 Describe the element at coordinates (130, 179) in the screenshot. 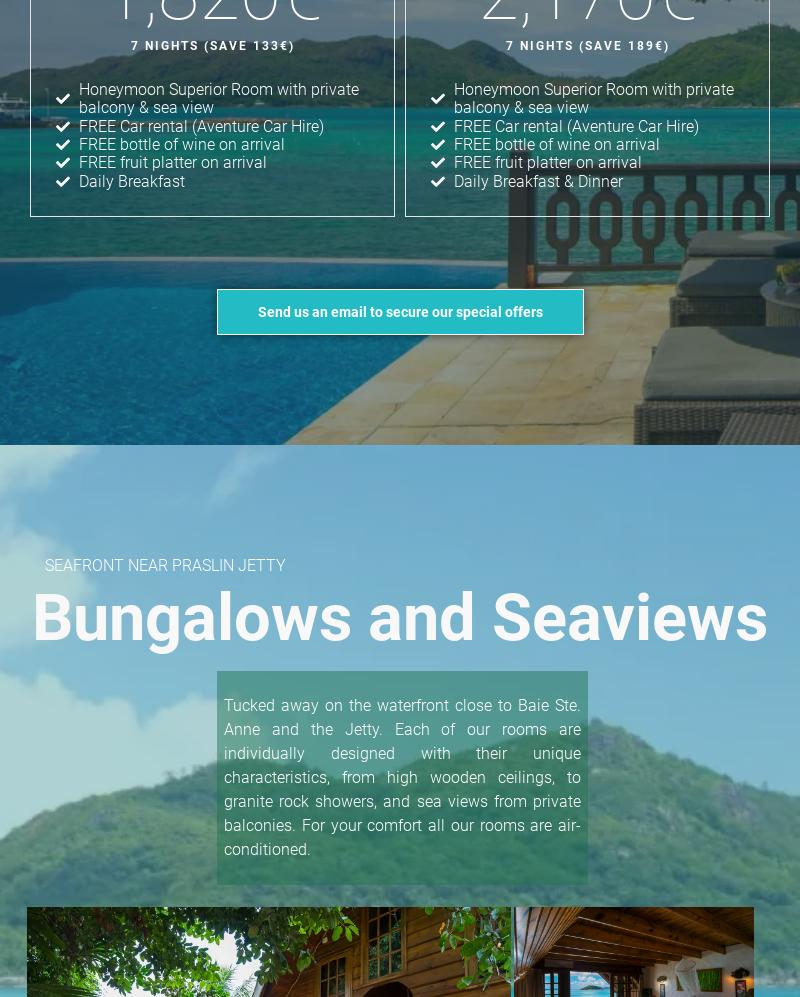

I see `'Daily Breakfast'` at that location.